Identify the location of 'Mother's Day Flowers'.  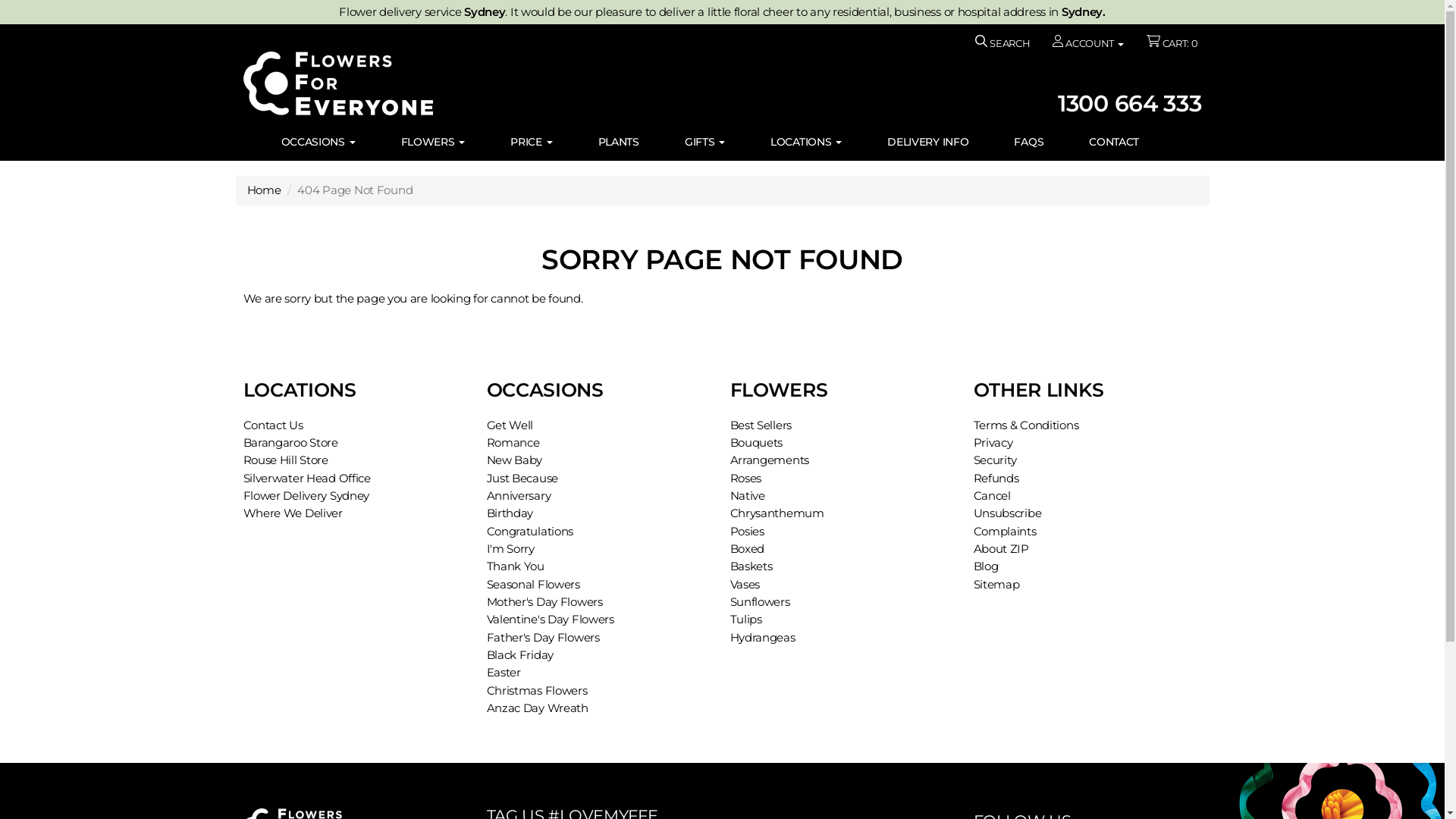
(487, 601).